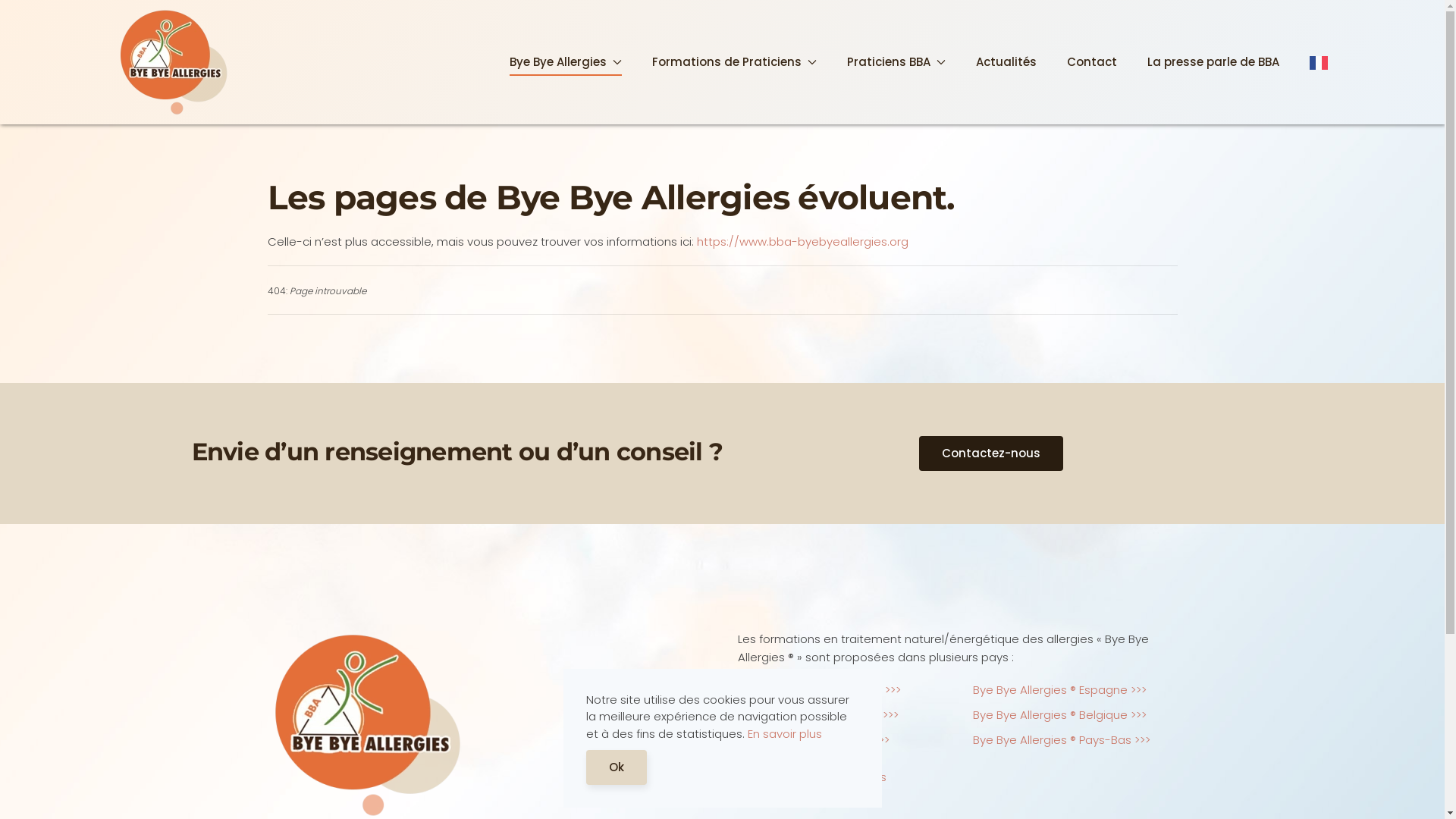 The image size is (1456, 819). What do you see at coordinates (615, 767) in the screenshot?
I see `'Ok'` at bounding box center [615, 767].